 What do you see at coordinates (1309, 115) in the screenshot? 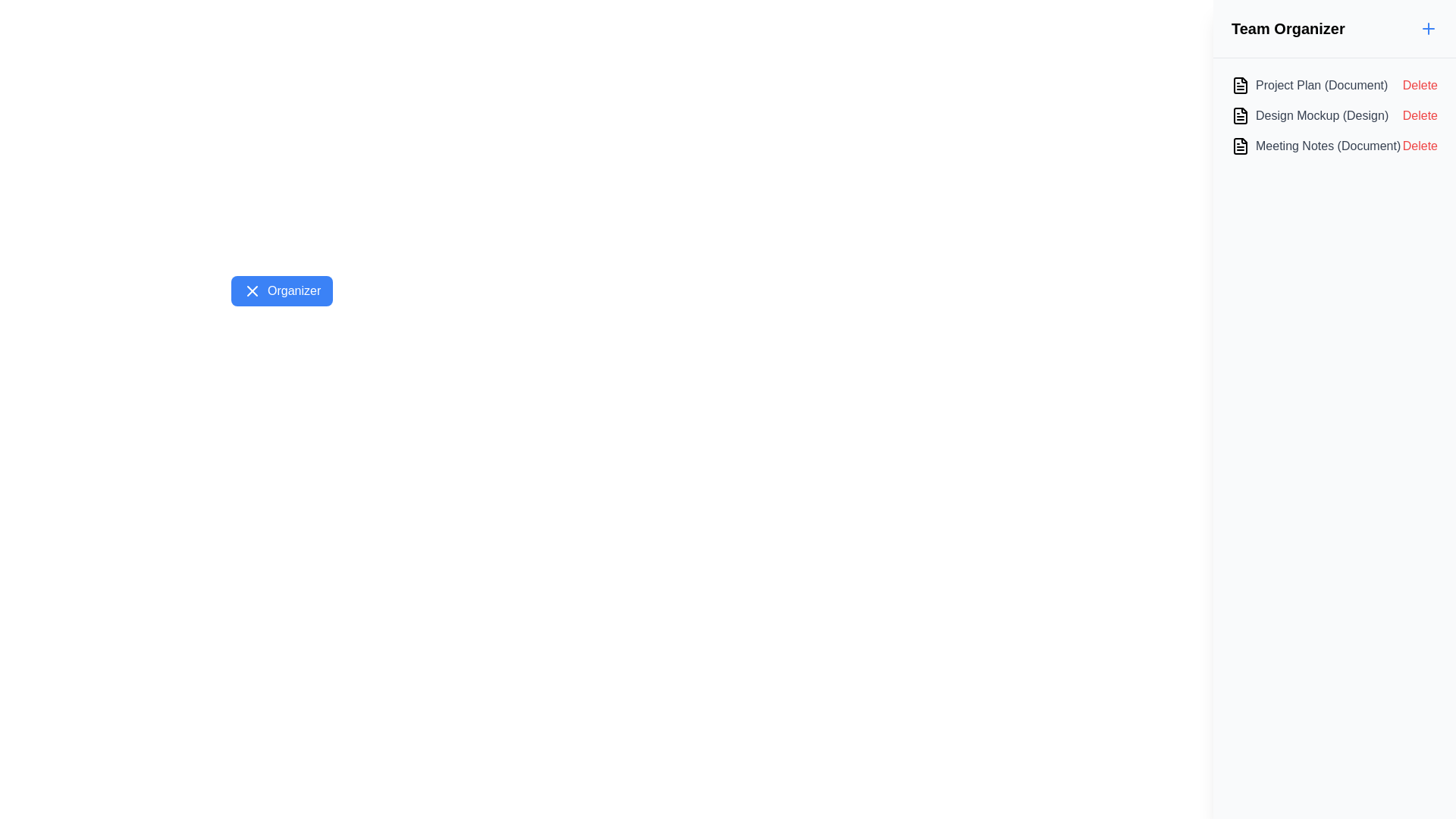
I see `the list item displaying 'Design Mockup (Design)' in the right sidebar` at bounding box center [1309, 115].